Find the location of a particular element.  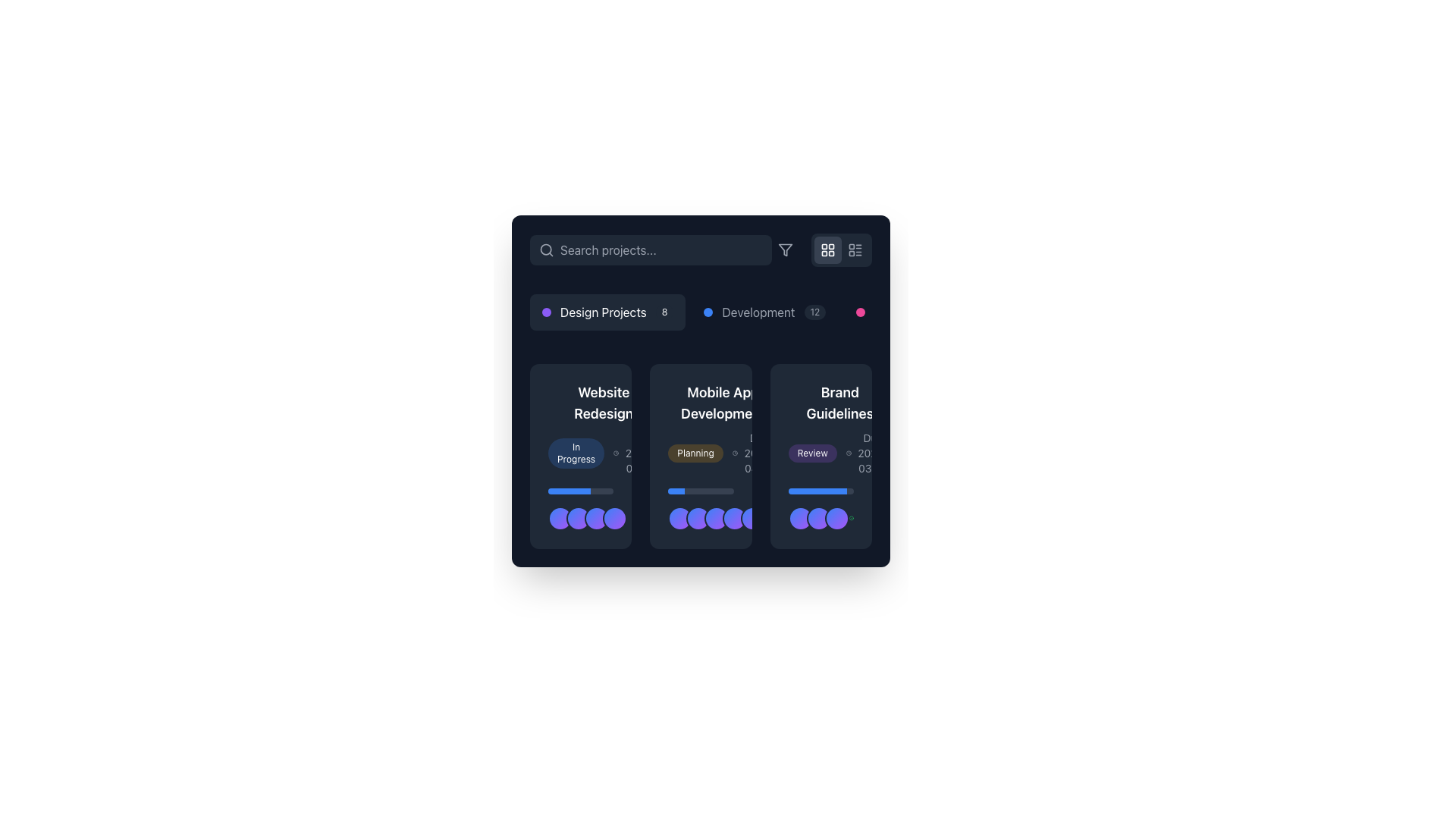

one of the circular avatars in the Grouped Avatar Icons is located at coordinates (586, 517).